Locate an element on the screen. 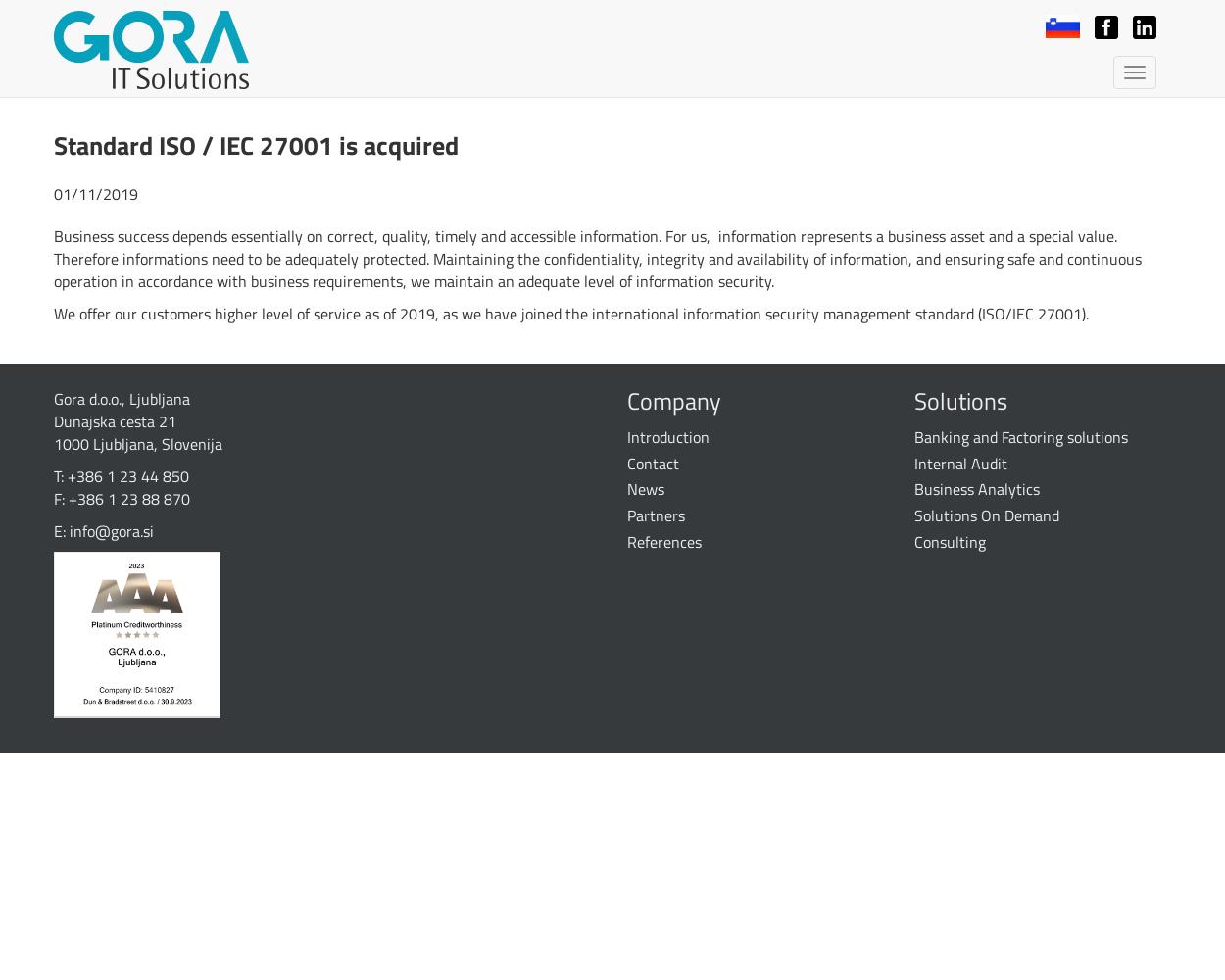 The height and width of the screenshot is (980, 1225). 'Solutions On Demand' is located at coordinates (986, 515).